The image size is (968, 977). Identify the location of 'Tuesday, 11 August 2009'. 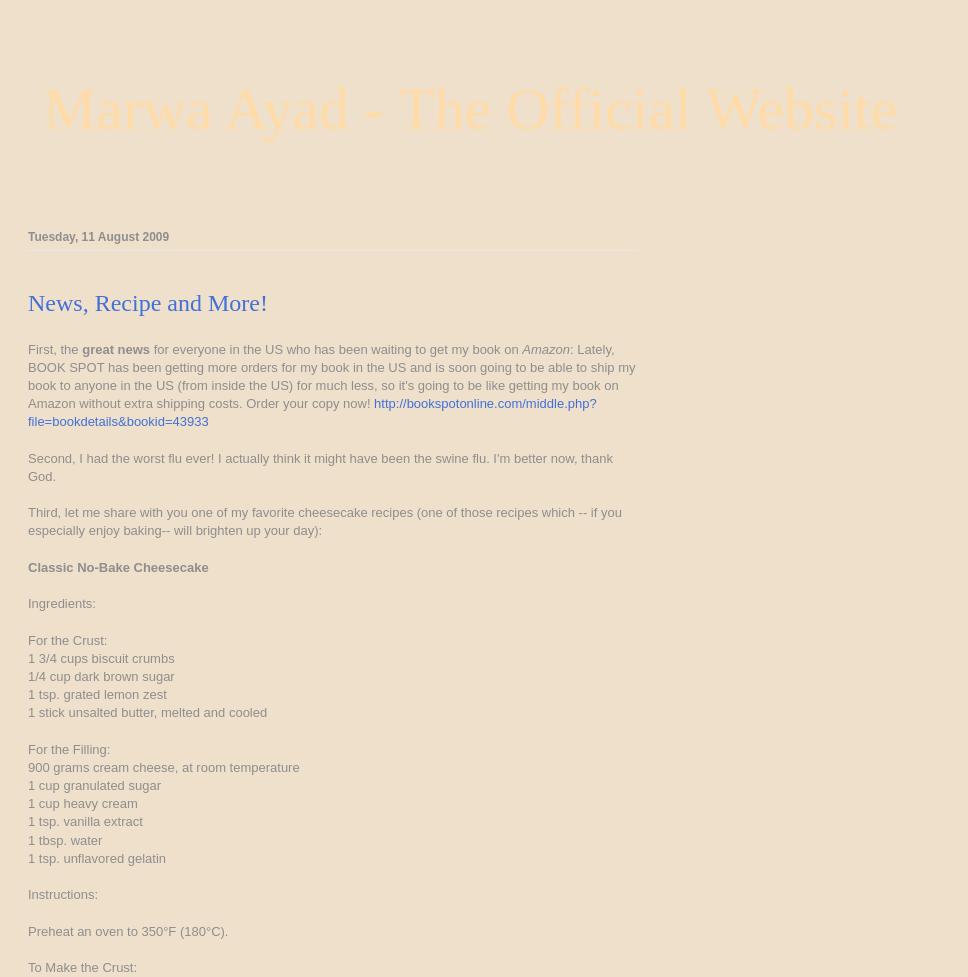
(98, 235).